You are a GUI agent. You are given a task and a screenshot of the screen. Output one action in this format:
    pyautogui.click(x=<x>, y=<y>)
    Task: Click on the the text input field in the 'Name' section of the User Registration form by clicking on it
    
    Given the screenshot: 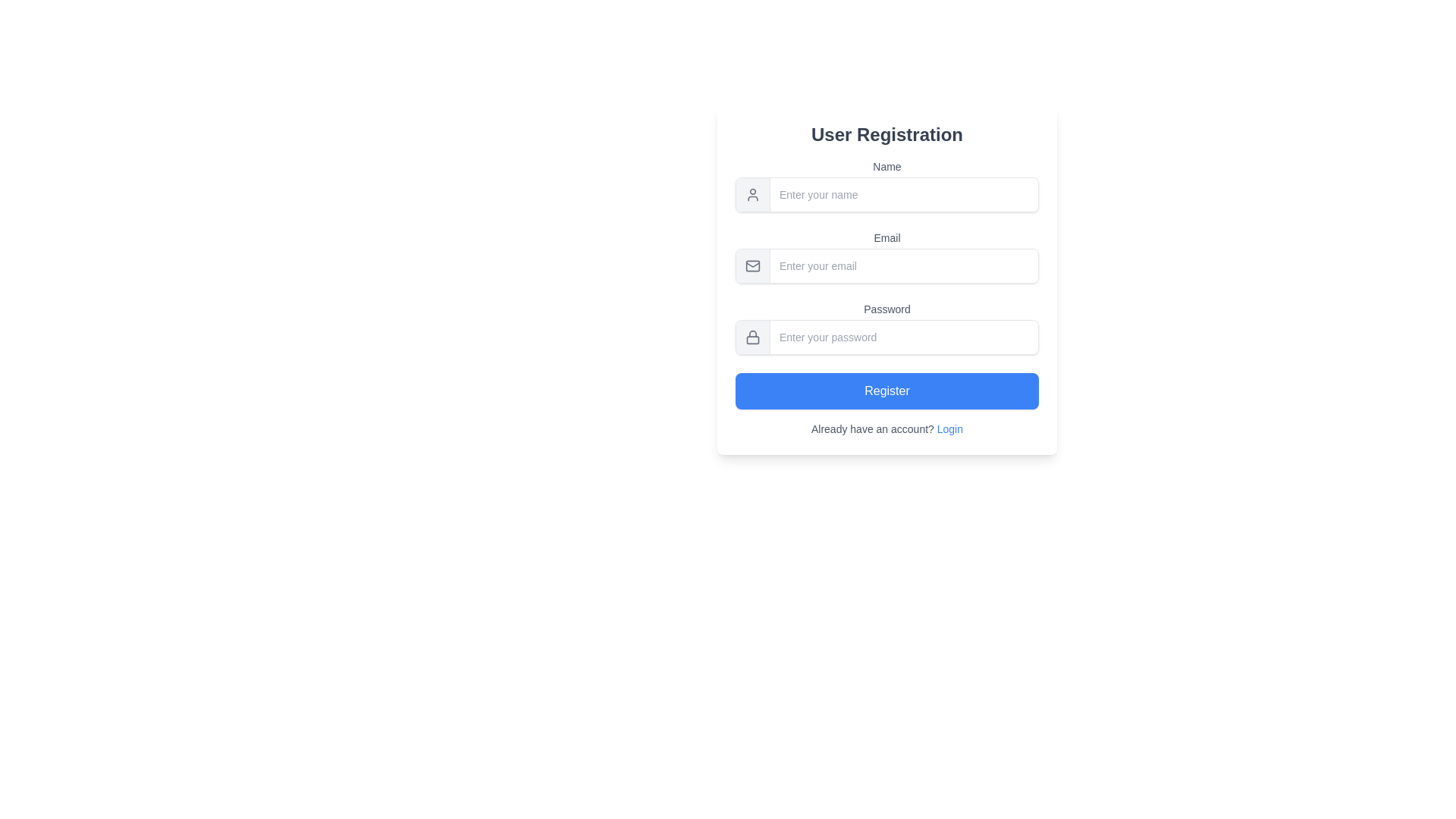 What is the action you would take?
    pyautogui.click(x=887, y=194)
    